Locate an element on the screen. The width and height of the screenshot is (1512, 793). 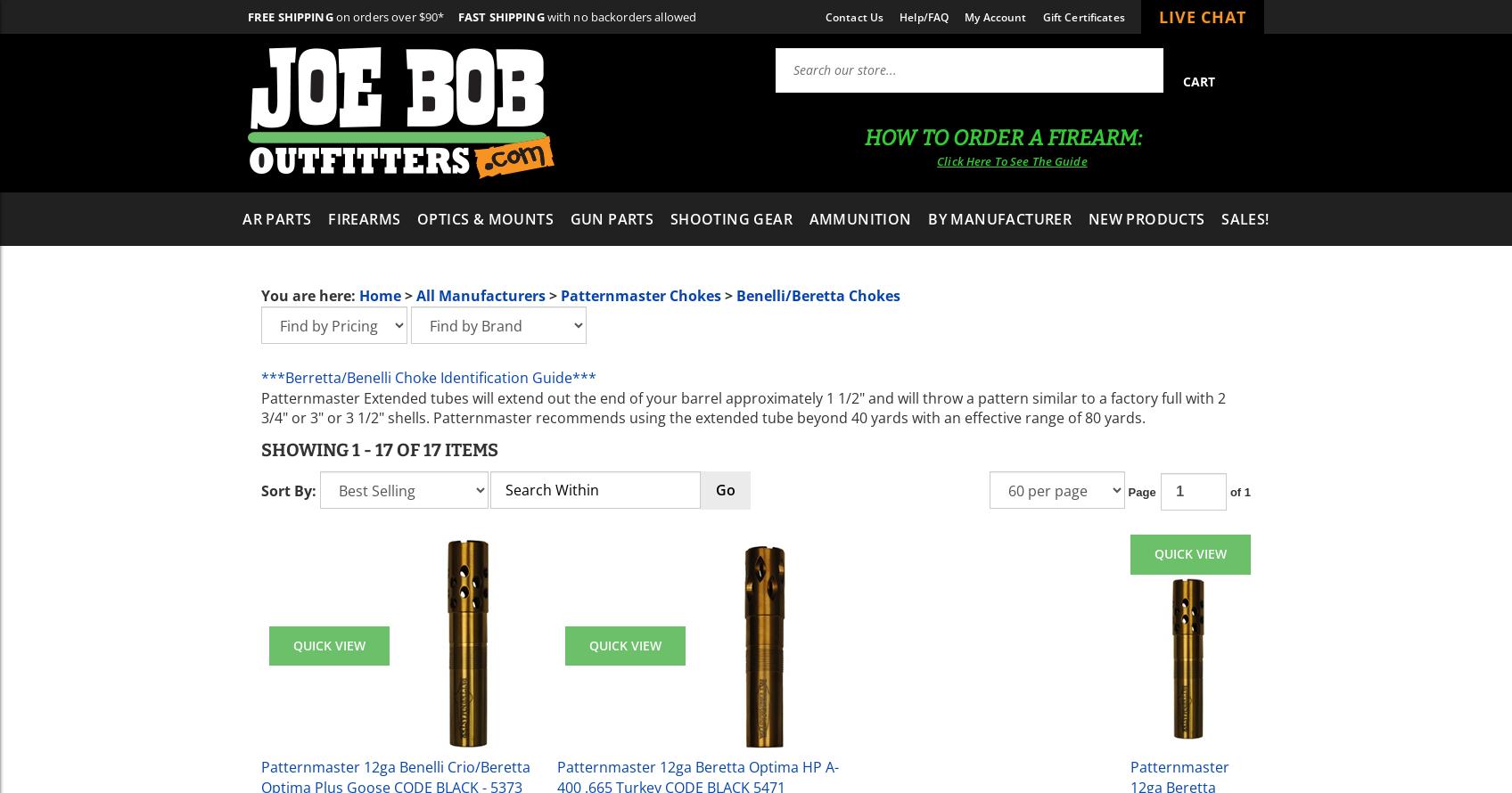
'AR Parts' is located at coordinates (276, 217).